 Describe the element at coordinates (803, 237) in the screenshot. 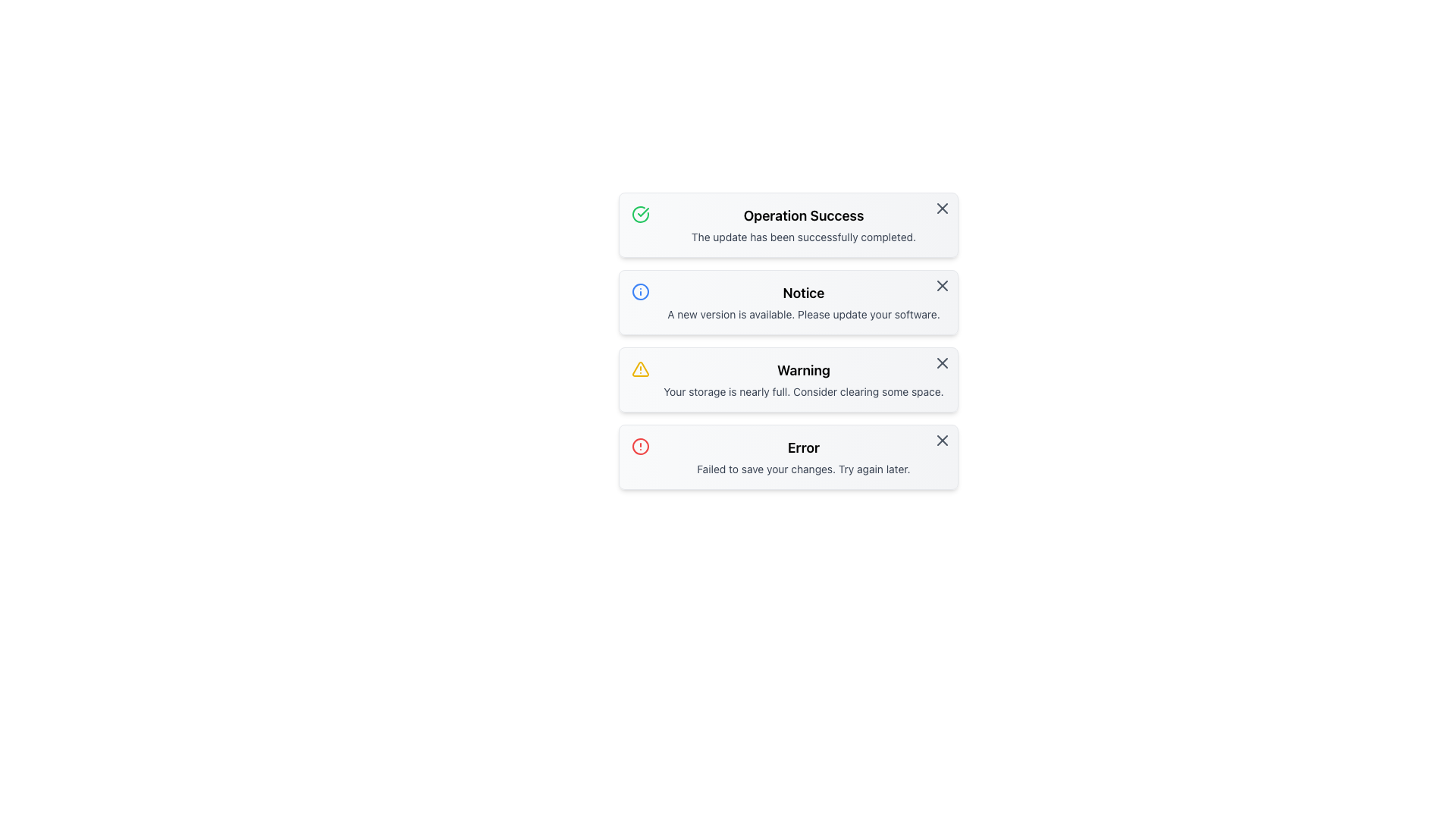

I see `the confirmation message text label located below the 'Operation Success' heading in the notification box` at that location.